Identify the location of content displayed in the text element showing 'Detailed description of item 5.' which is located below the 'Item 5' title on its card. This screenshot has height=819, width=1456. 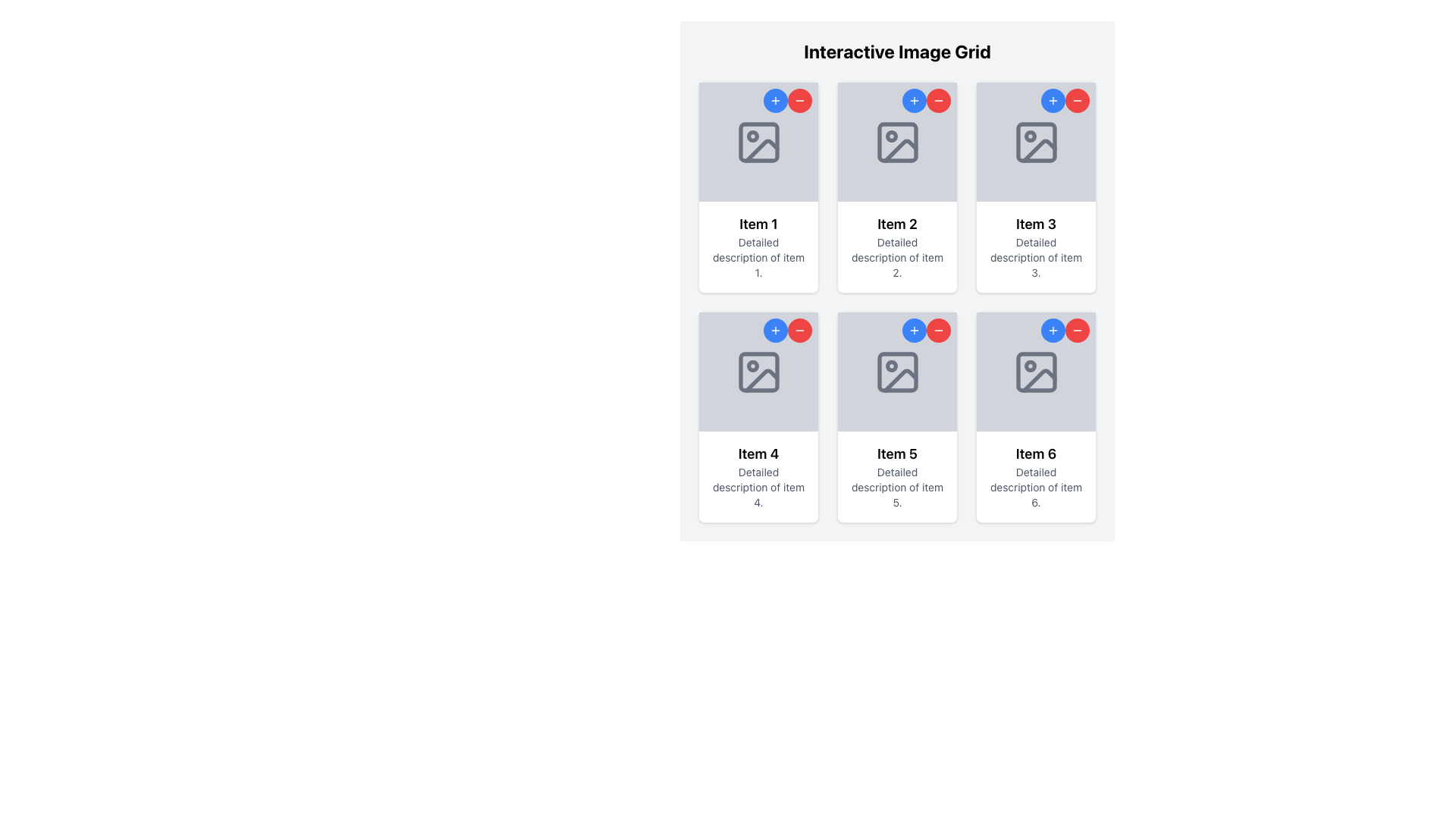
(897, 488).